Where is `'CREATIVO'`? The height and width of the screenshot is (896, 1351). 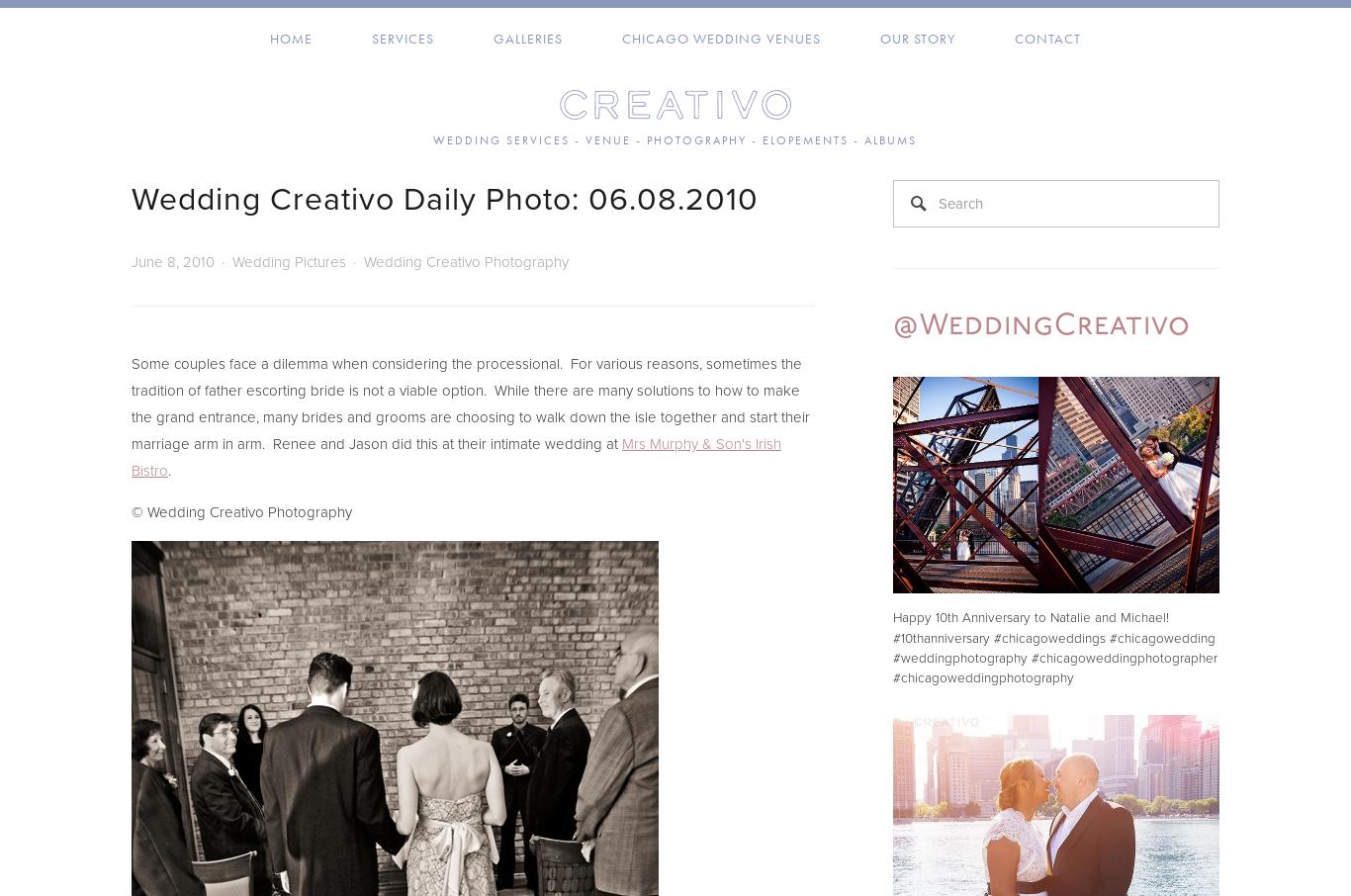 'CREATIVO' is located at coordinates (675, 103).